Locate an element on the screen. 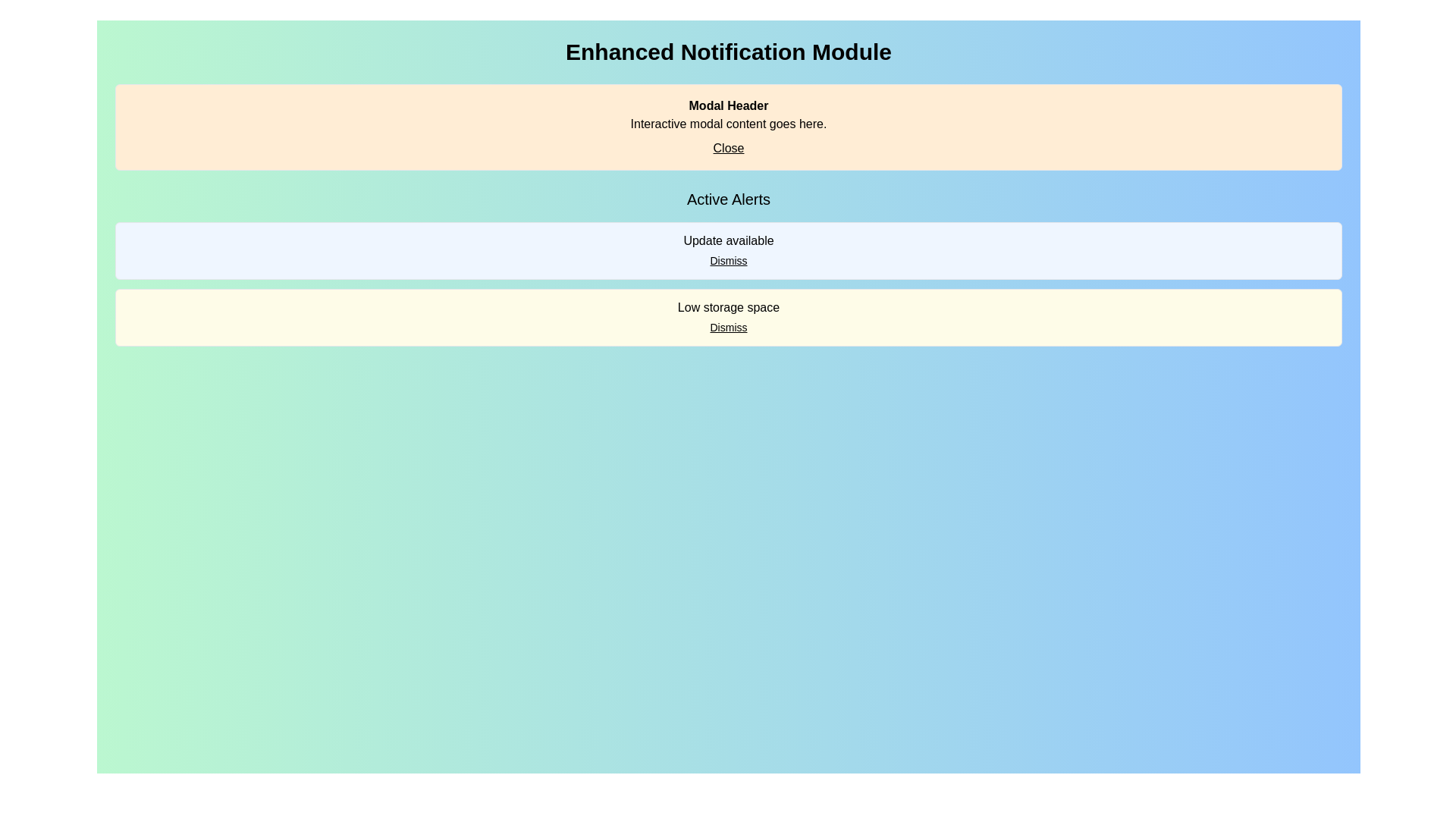 This screenshot has width=1456, height=819. text from the 'Active Alerts' label, which is prominently displayed at the top center of the interface is located at coordinates (728, 198).